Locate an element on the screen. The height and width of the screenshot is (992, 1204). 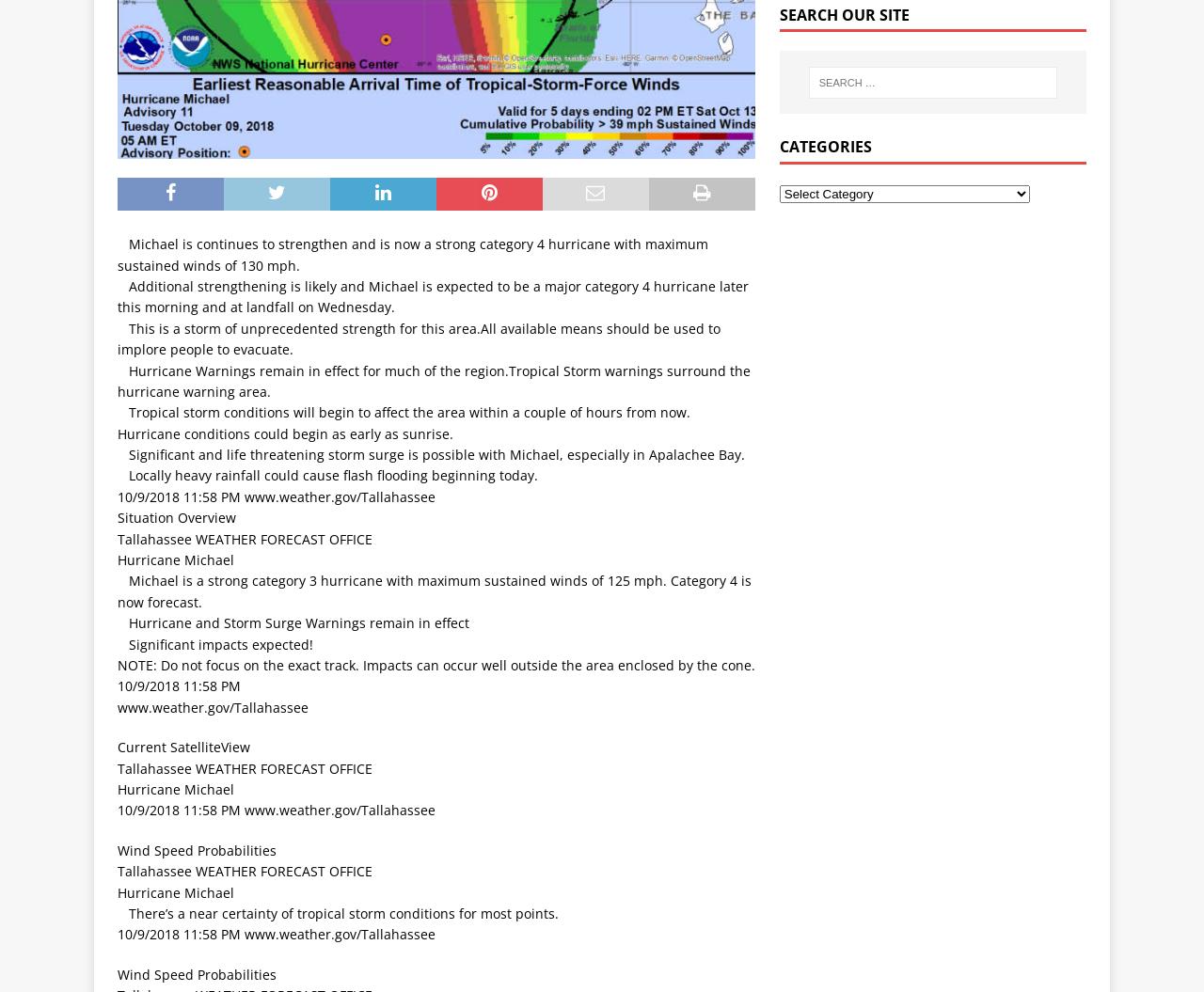
'10/9/2018 11:58 PM' is located at coordinates (179, 685).